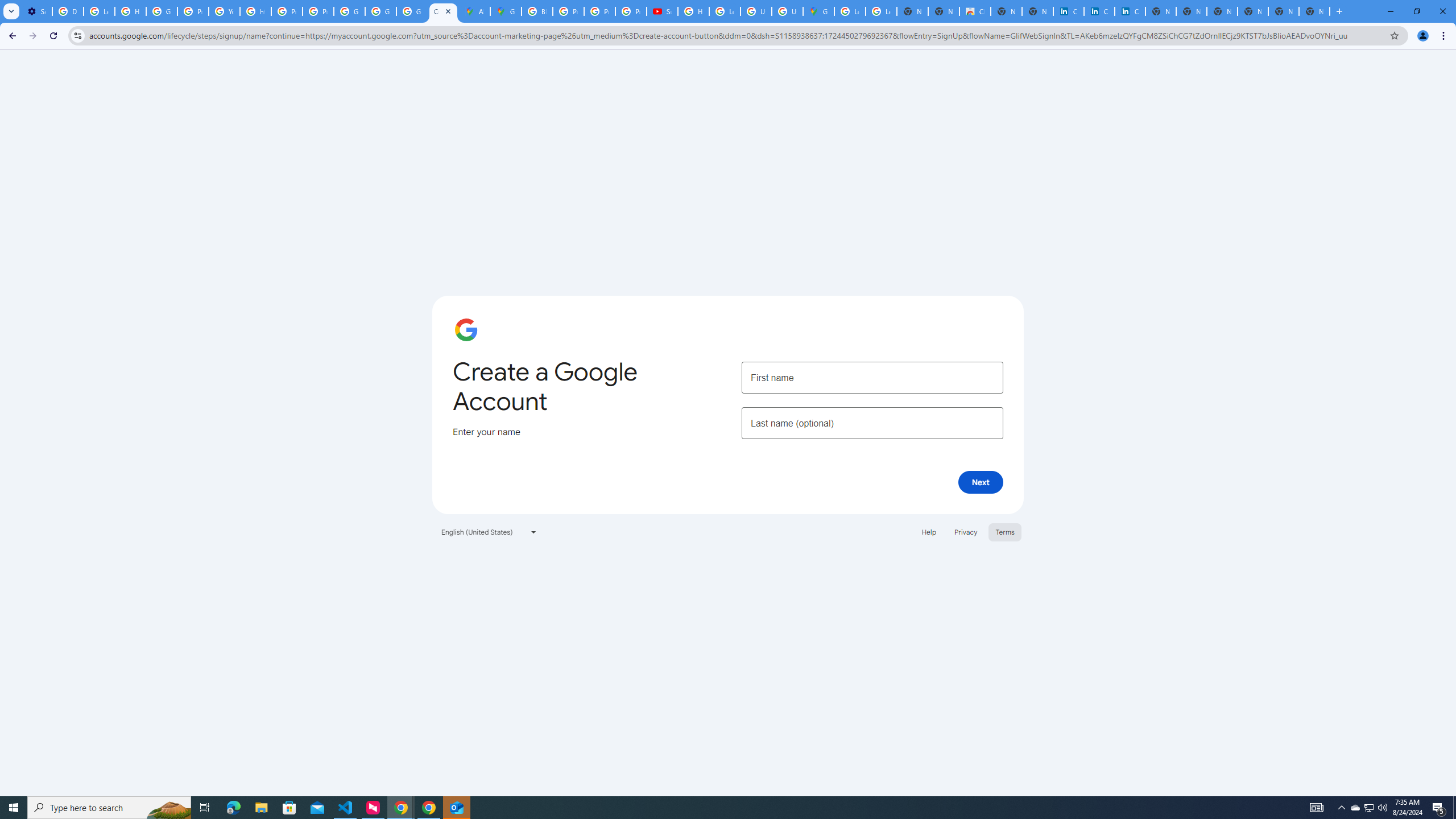 The width and height of the screenshot is (1456, 819). I want to click on 'Privacy Help Center - Policies Help', so click(568, 11).